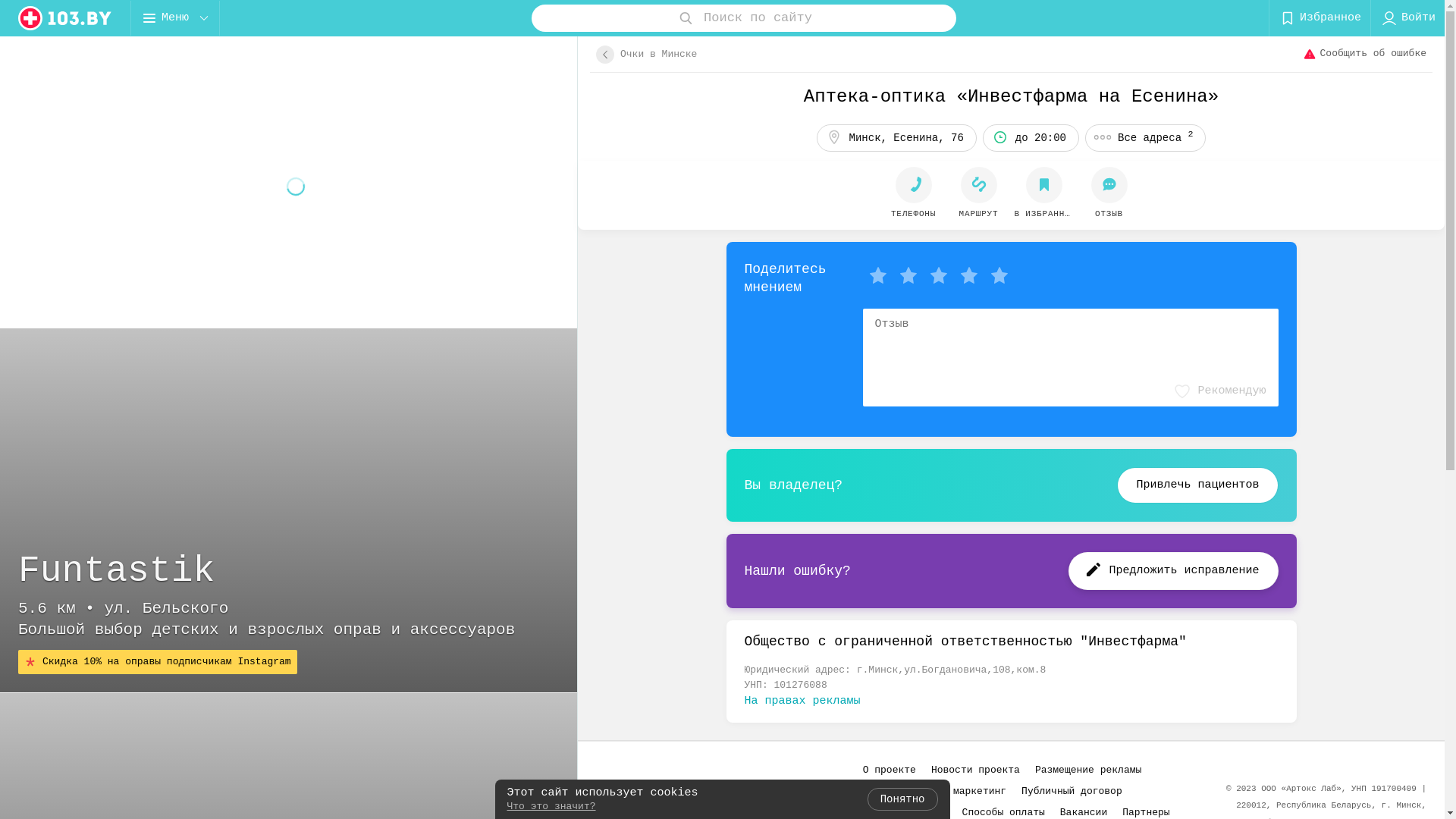 The image size is (1456, 819). I want to click on 'logo', so click(18, 17).